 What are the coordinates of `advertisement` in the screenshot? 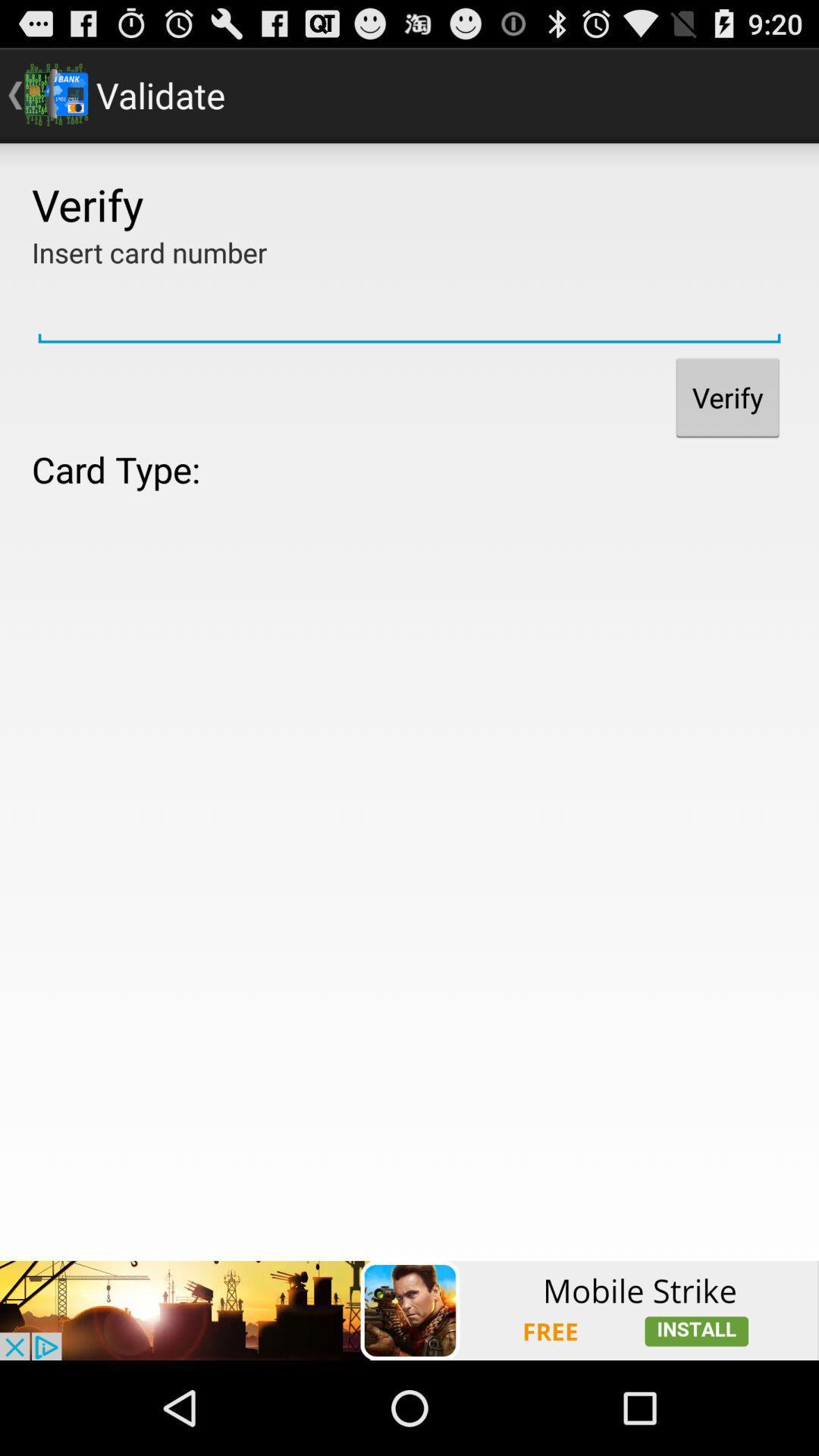 It's located at (409, 1310).